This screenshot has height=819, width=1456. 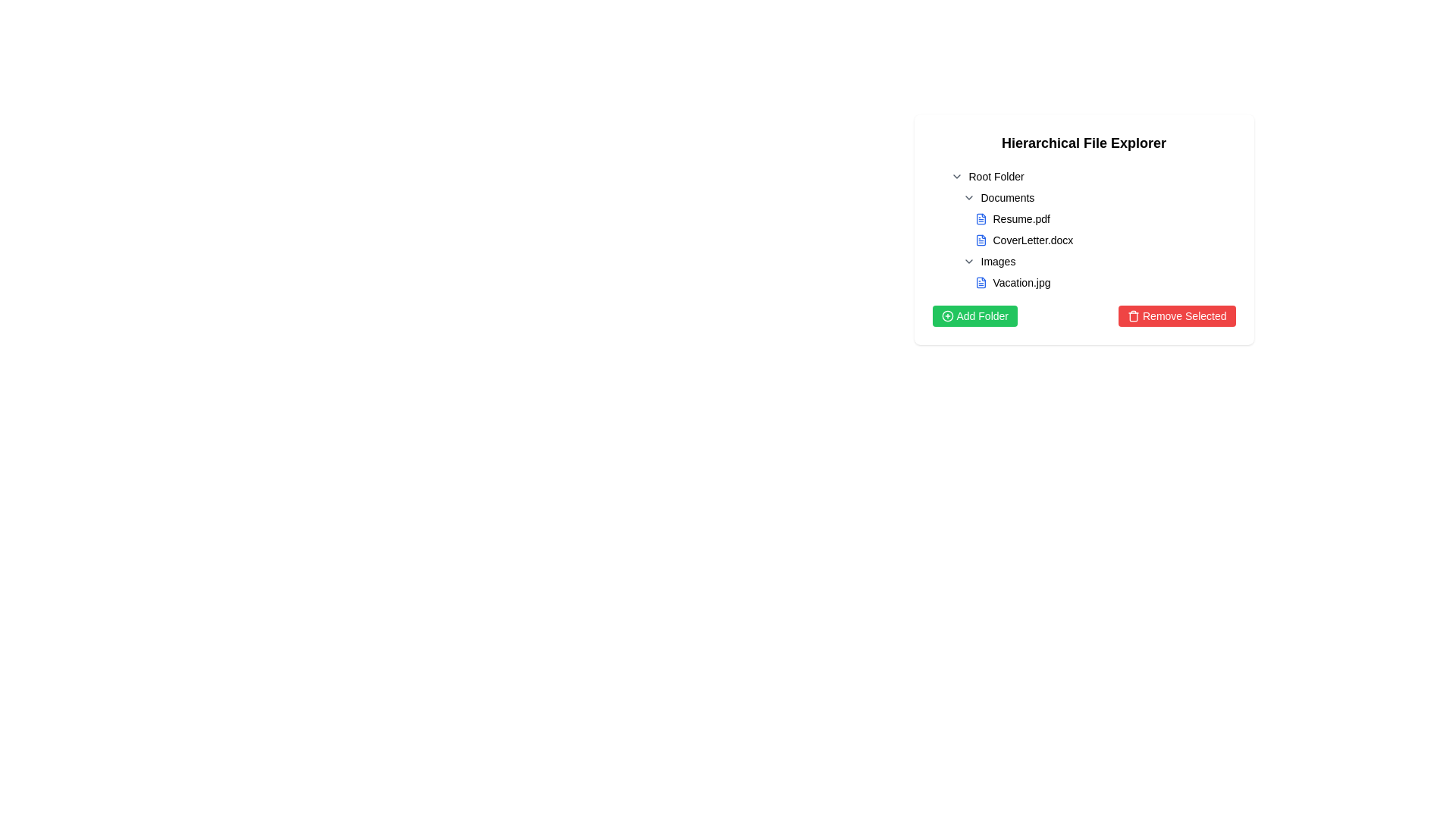 I want to click on the trash bin icon, which is located to the left of the 'Remove Selected' text label in the interface, indicating its function to remove selected items, so click(x=1133, y=315).